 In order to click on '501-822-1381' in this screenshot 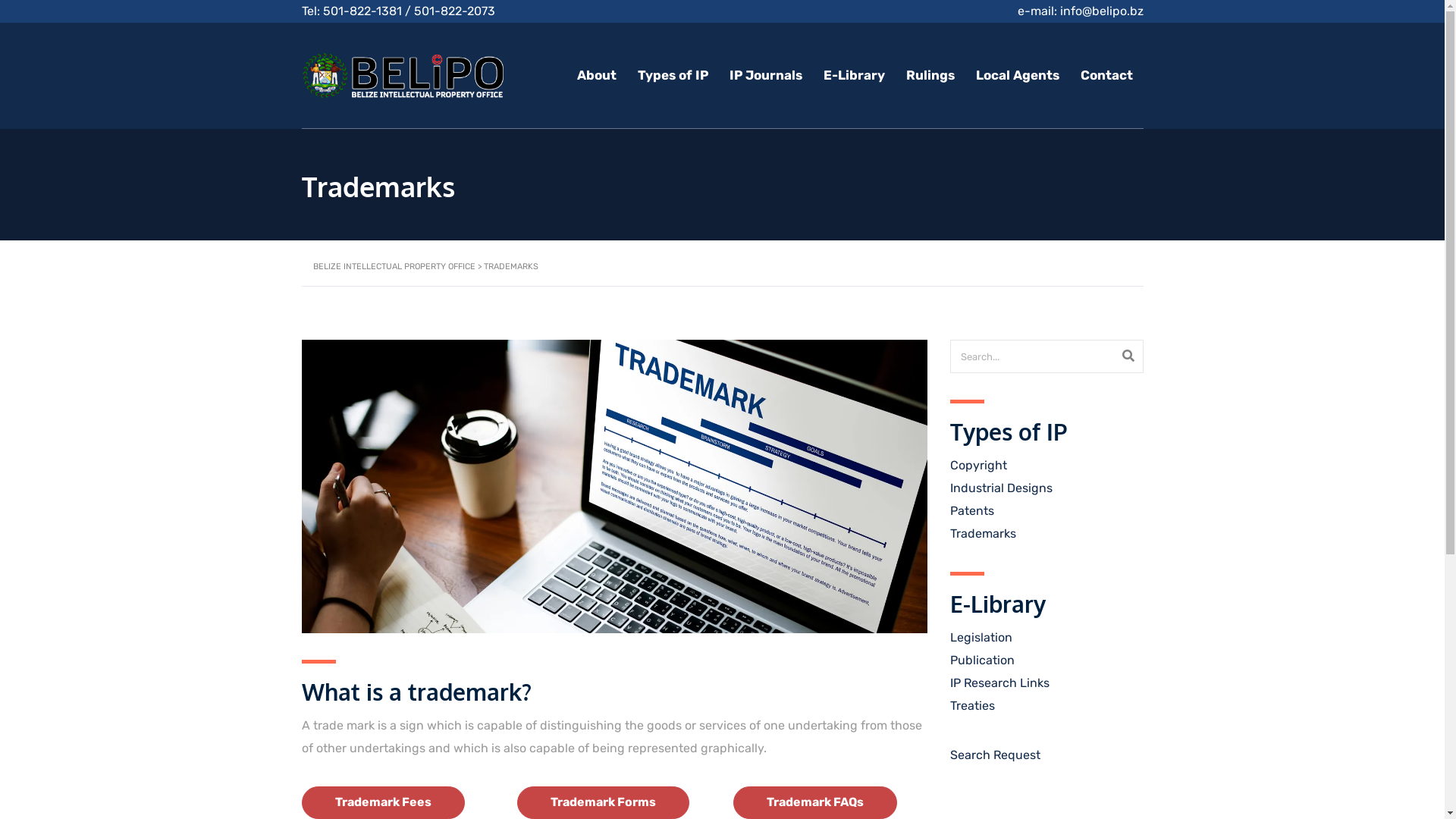, I will do `click(322, 11)`.